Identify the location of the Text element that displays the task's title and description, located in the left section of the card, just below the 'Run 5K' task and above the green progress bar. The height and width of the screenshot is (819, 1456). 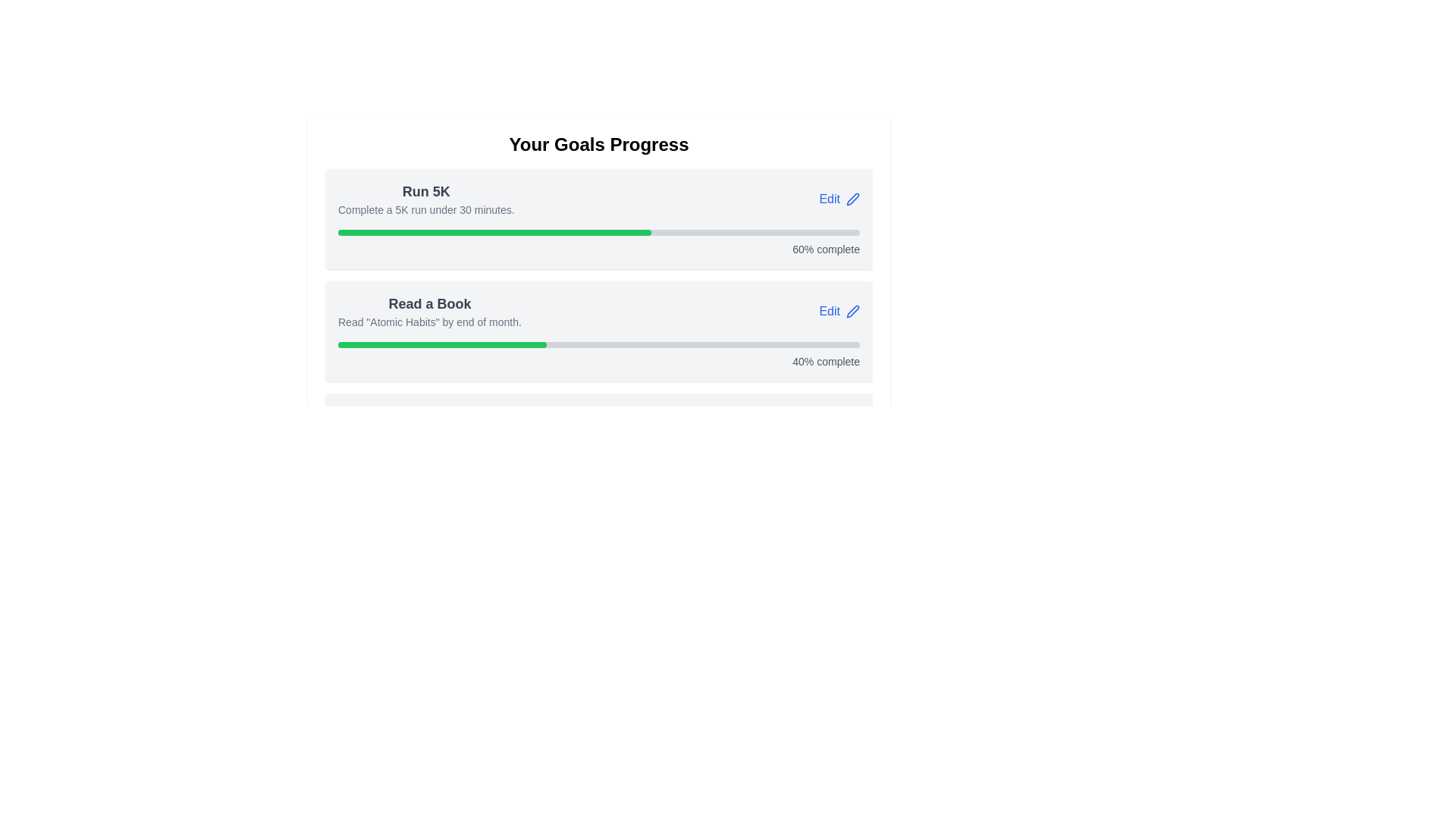
(428, 311).